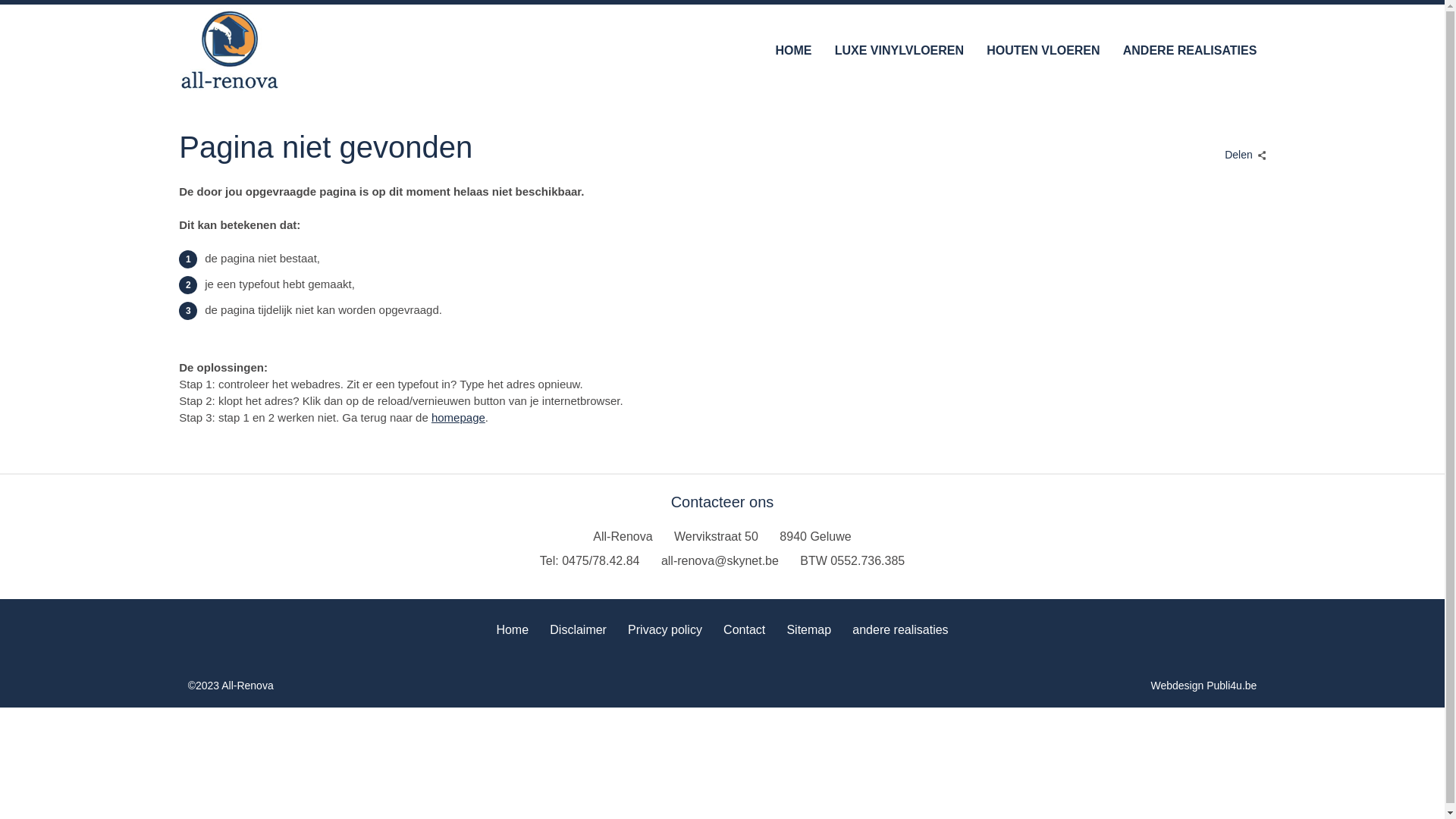 The image size is (1456, 819). Describe the element at coordinates (719, 561) in the screenshot. I see `'all-renova@skynet.be'` at that location.